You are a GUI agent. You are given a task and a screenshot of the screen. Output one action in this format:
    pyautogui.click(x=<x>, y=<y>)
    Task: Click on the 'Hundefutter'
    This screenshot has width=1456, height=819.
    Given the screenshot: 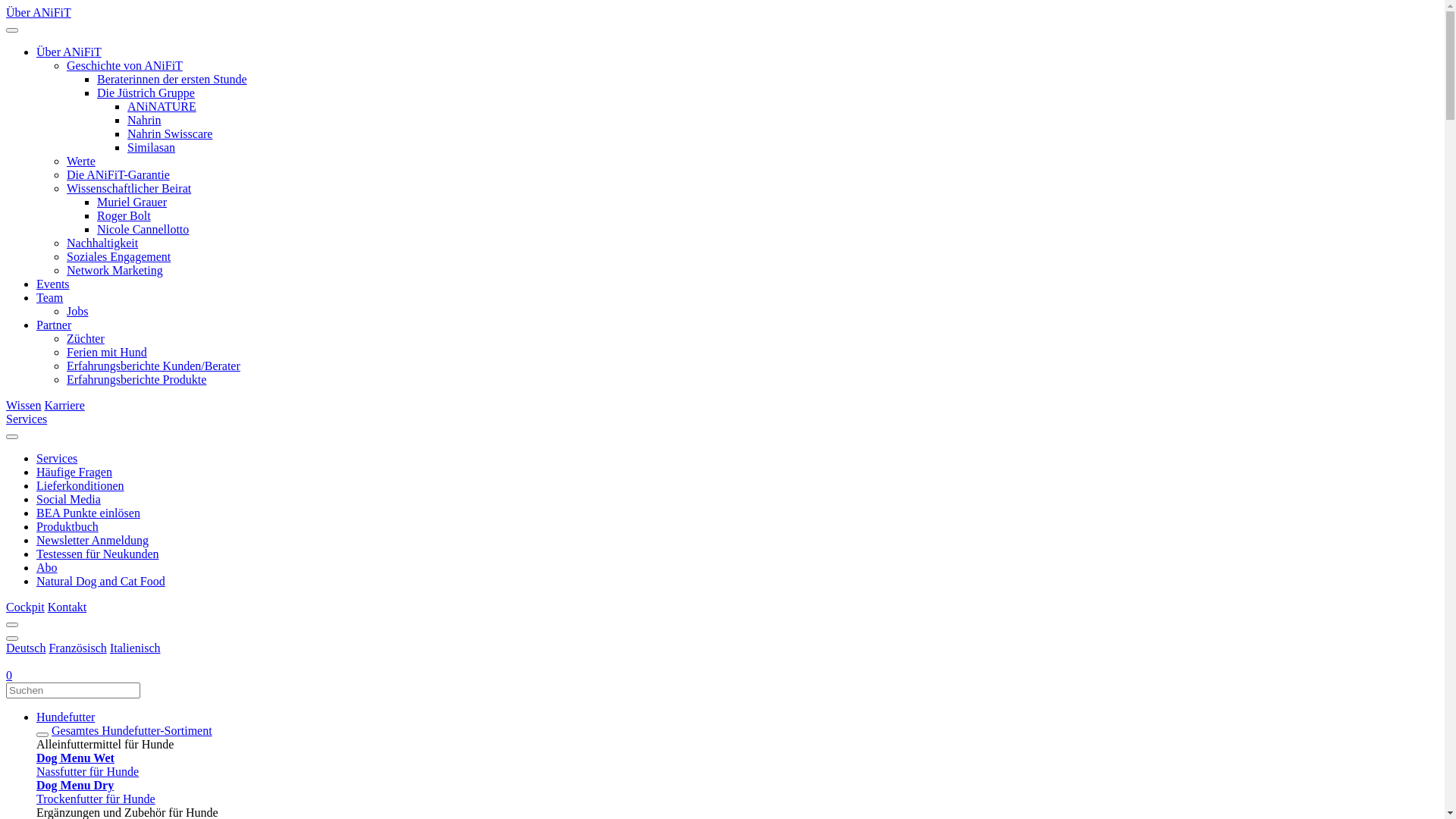 What is the action you would take?
    pyautogui.click(x=36, y=717)
    